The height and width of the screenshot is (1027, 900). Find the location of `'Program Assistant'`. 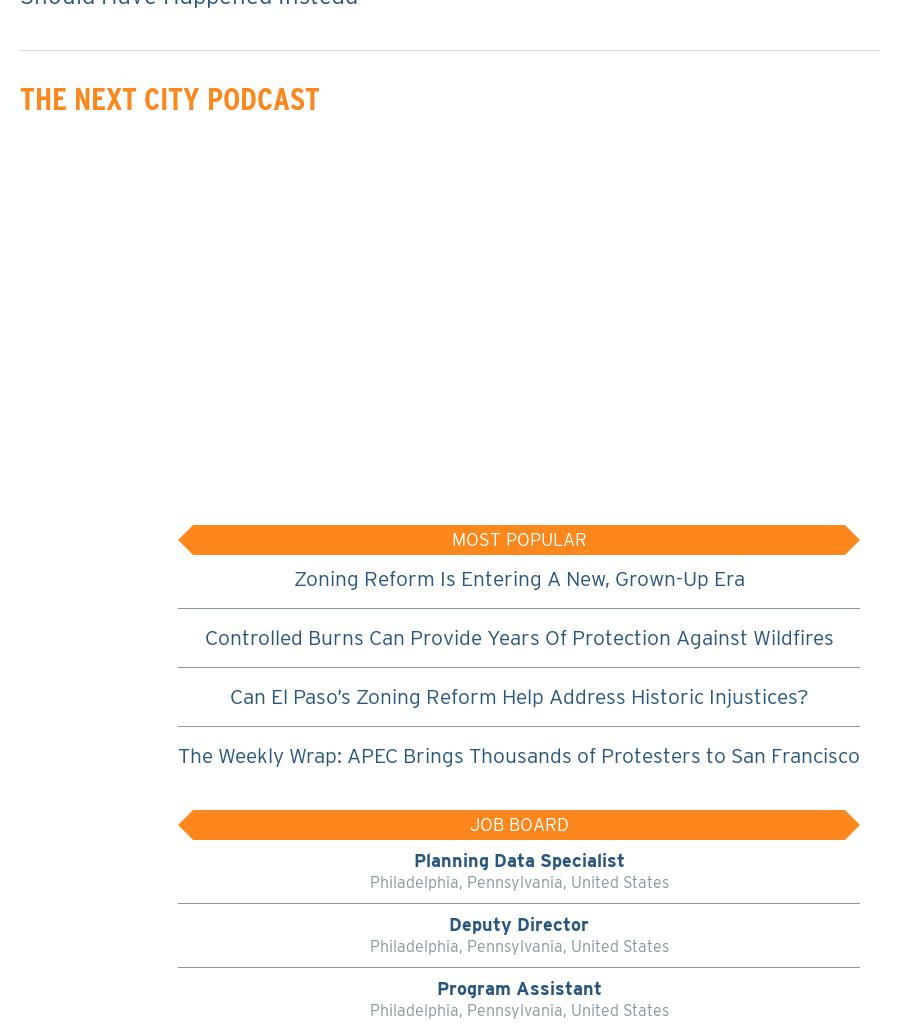

'Program Assistant' is located at coordinates (517, 987).